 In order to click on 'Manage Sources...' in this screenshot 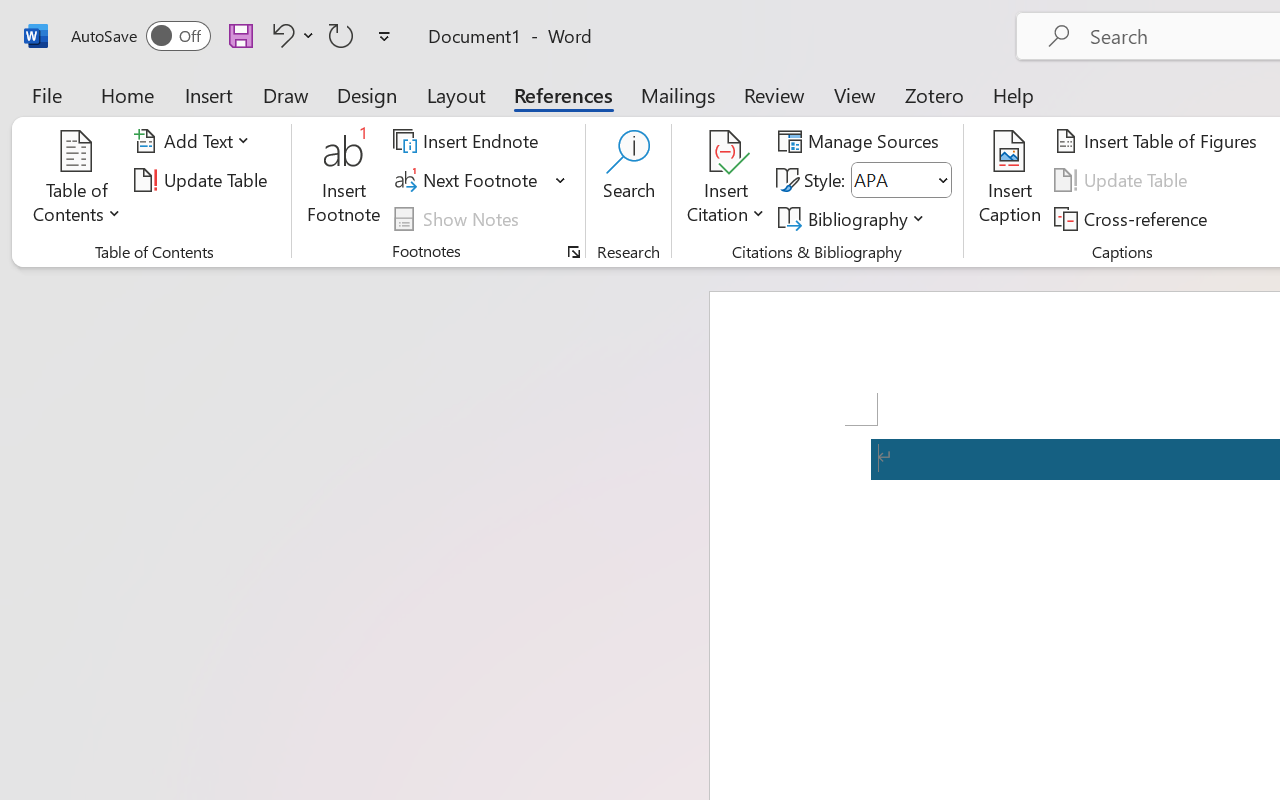, I will do `click(862, 141)`.